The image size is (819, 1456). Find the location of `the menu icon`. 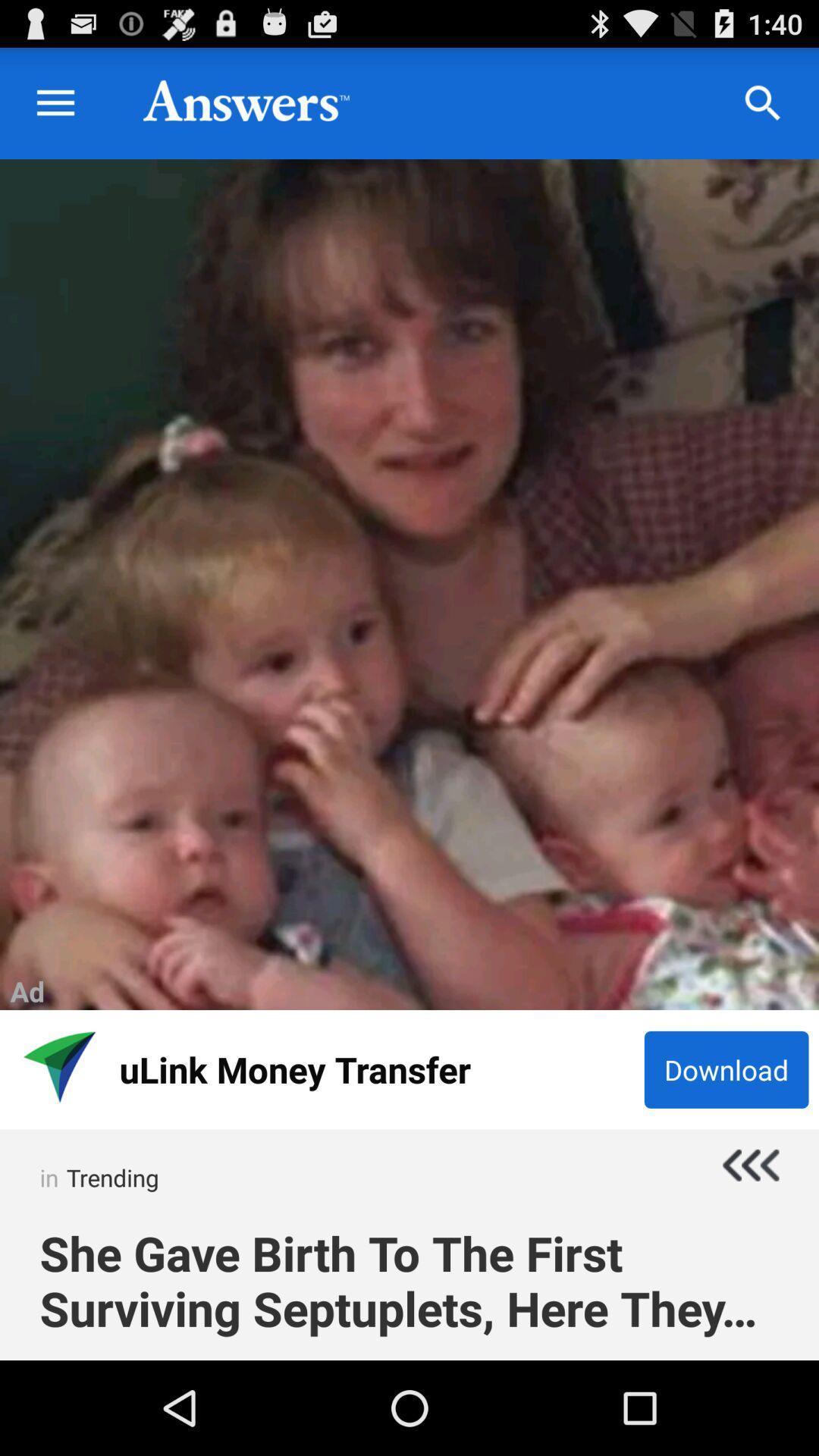

the menu icon is located at coordinates (55, 110).